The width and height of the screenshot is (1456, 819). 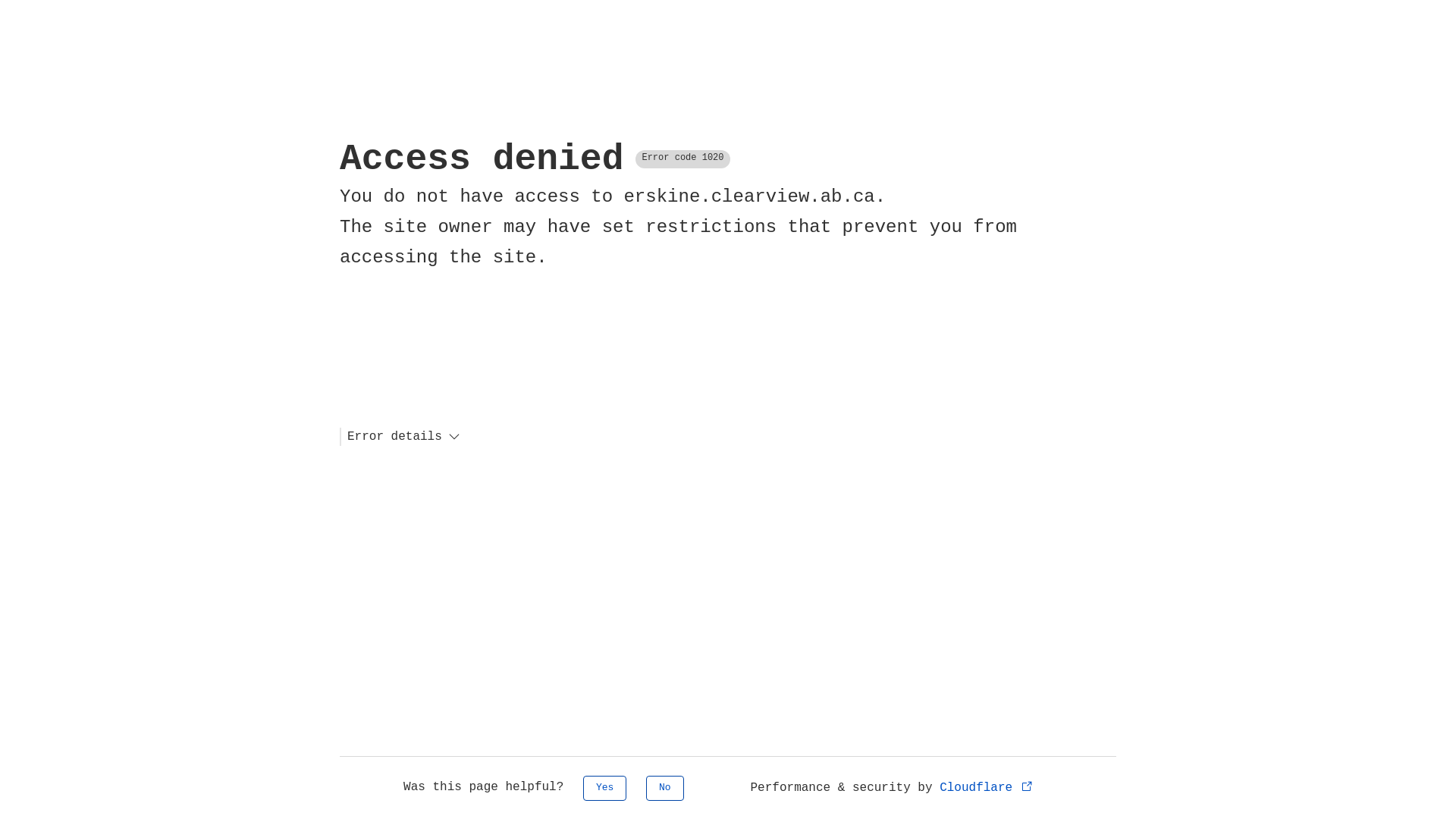 What do you see at coordinates (604, 787) in the screenshot?
I see `'Yes'` at bounding box center [604, 787].